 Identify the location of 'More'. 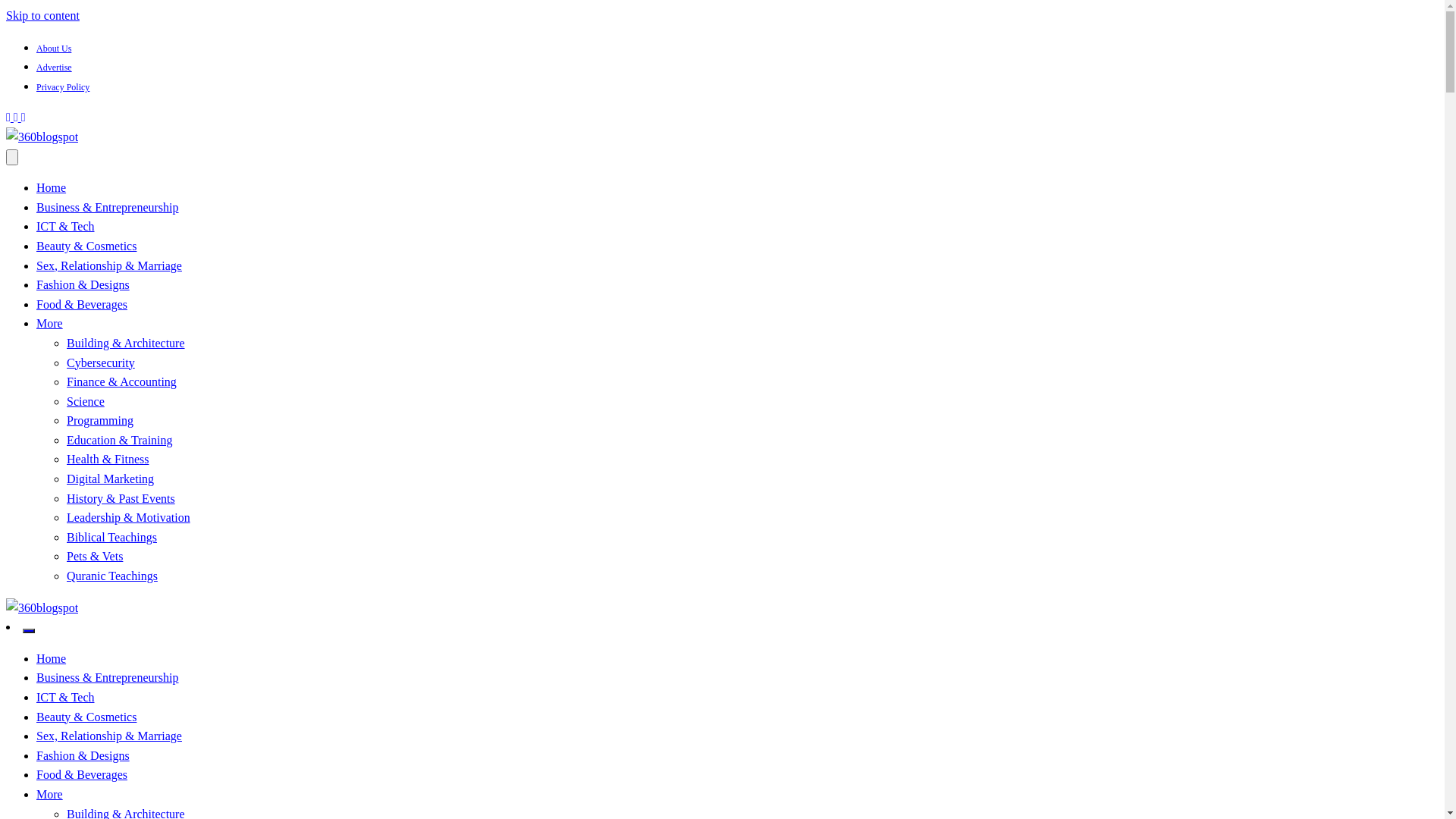
(36, 793).